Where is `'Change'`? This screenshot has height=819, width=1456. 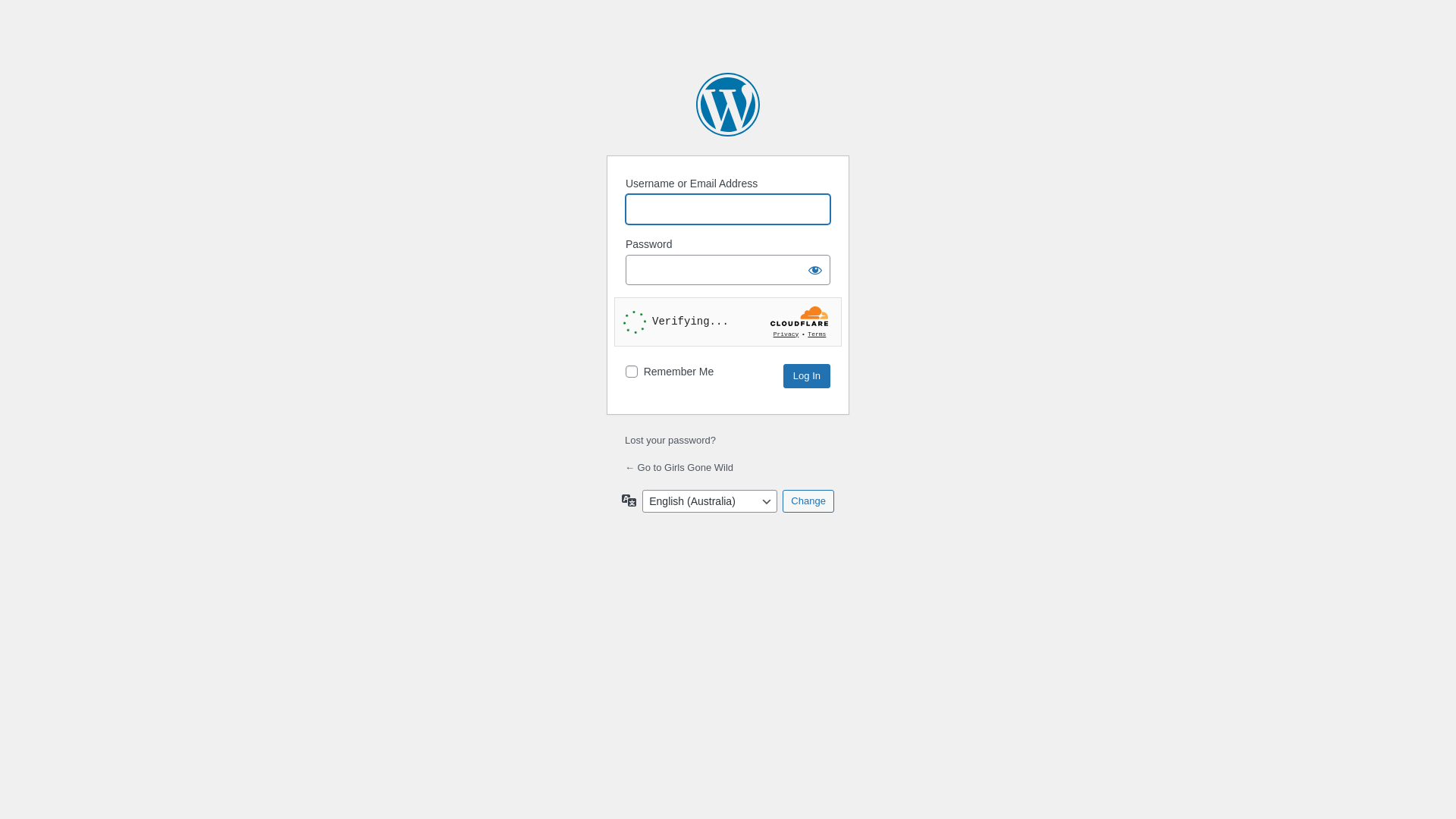 'Change' is located at coordinates (783, 500).